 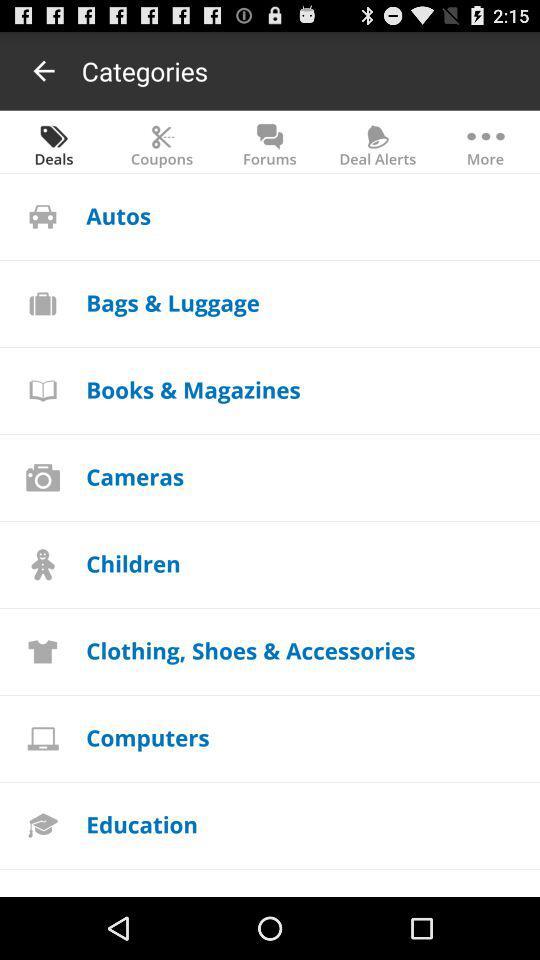 I want to click on the item at the bottom, so click(x=250, y=649).